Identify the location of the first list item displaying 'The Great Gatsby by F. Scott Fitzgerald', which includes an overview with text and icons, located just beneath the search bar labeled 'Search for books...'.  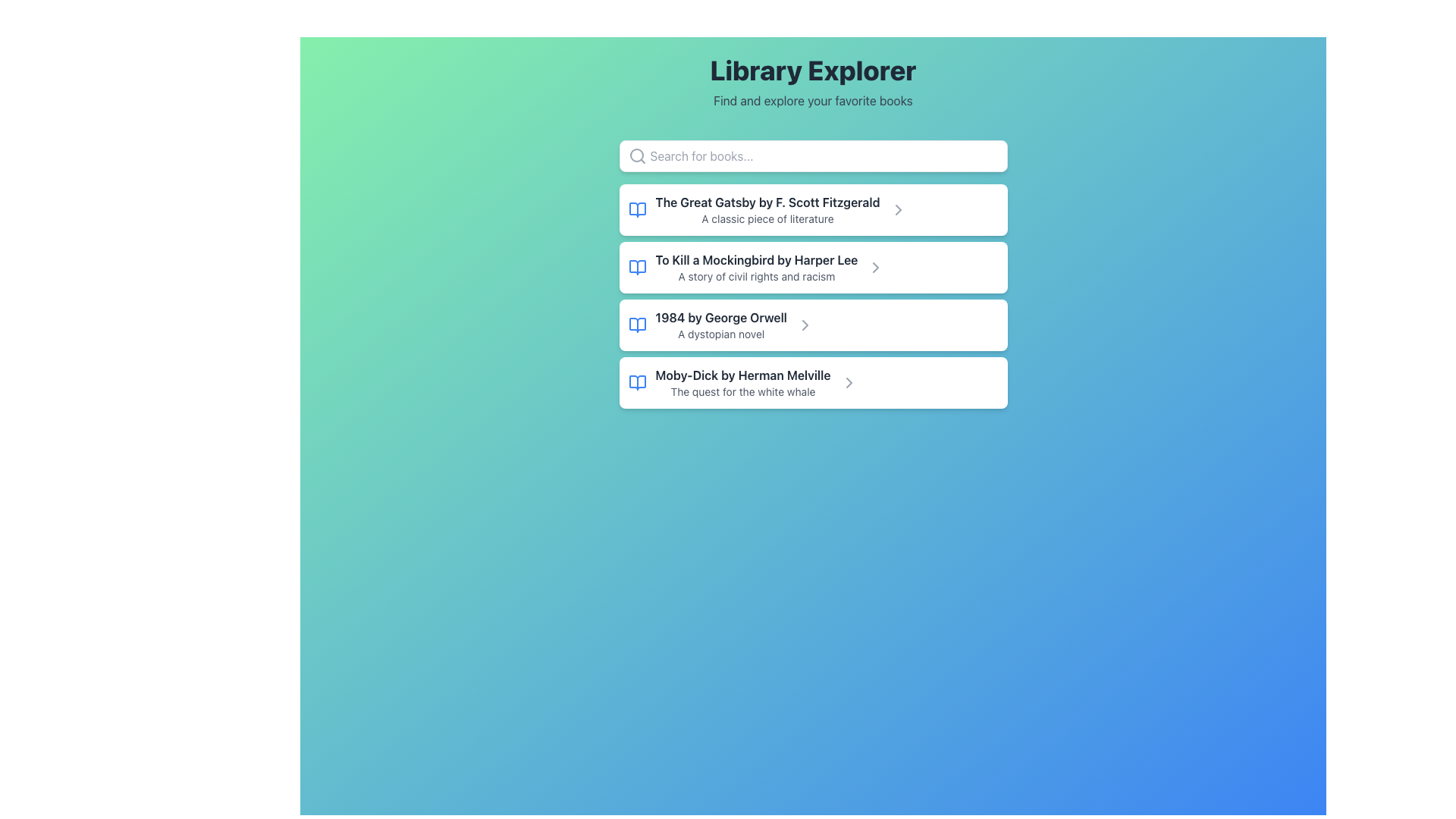
(812, 210).